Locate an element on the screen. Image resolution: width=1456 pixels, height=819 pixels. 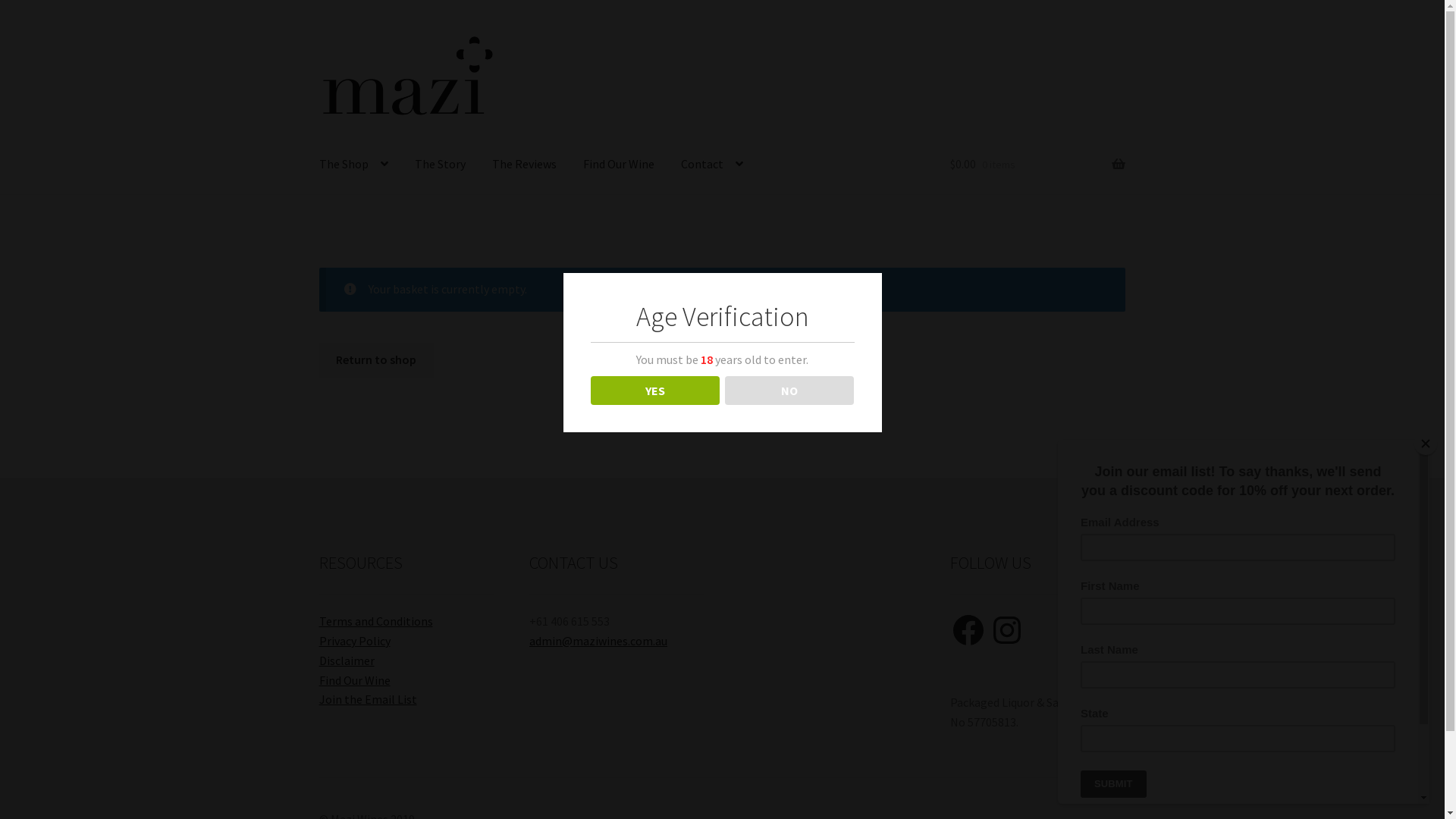
'The Reviews' is located at coordinates (524, 164).